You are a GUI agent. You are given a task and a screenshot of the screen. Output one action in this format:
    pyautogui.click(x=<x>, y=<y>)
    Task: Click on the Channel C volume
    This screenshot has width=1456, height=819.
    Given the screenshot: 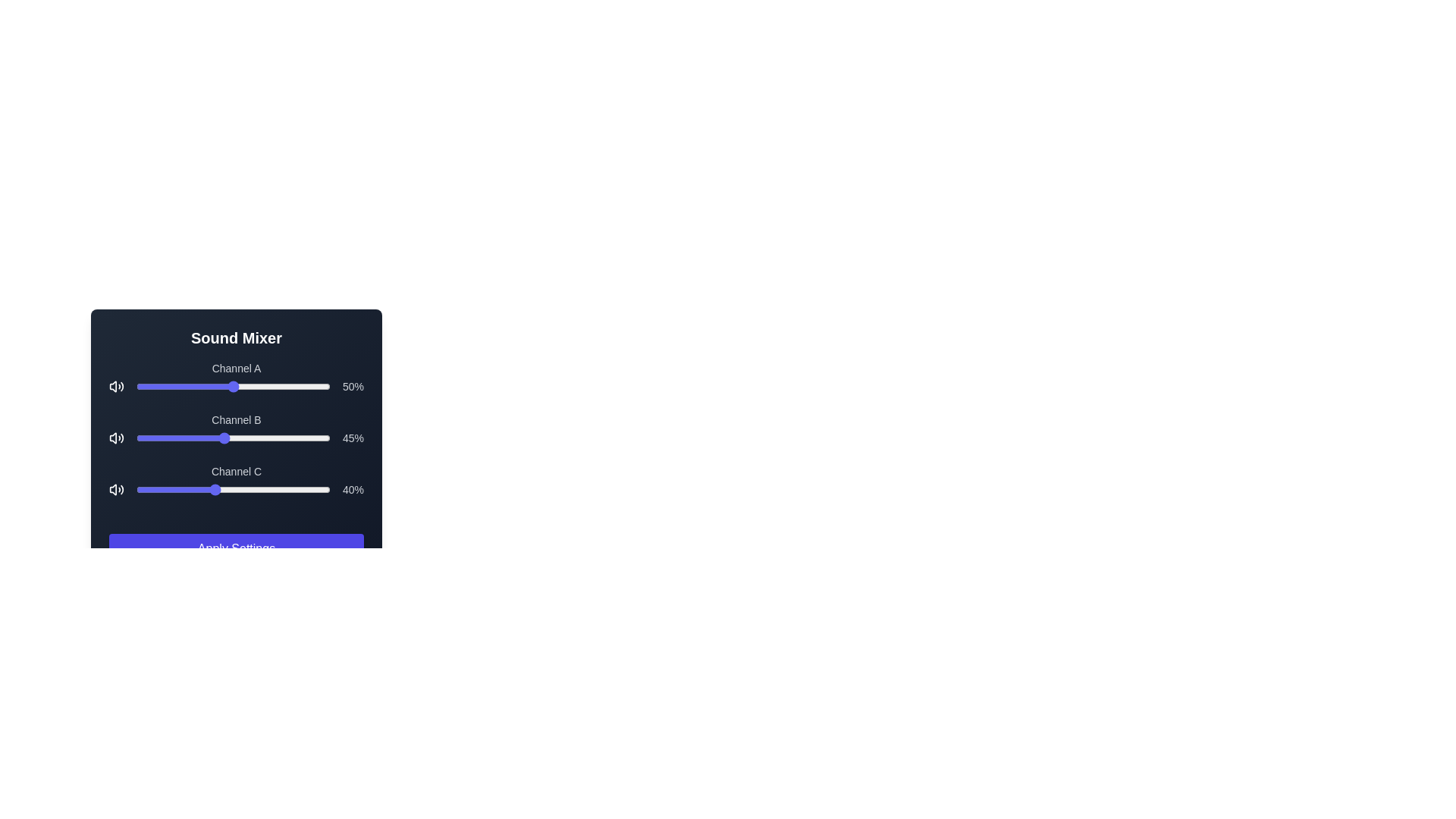 What is the action you would take?
    pyautogui.click(x=165, y=489)
    